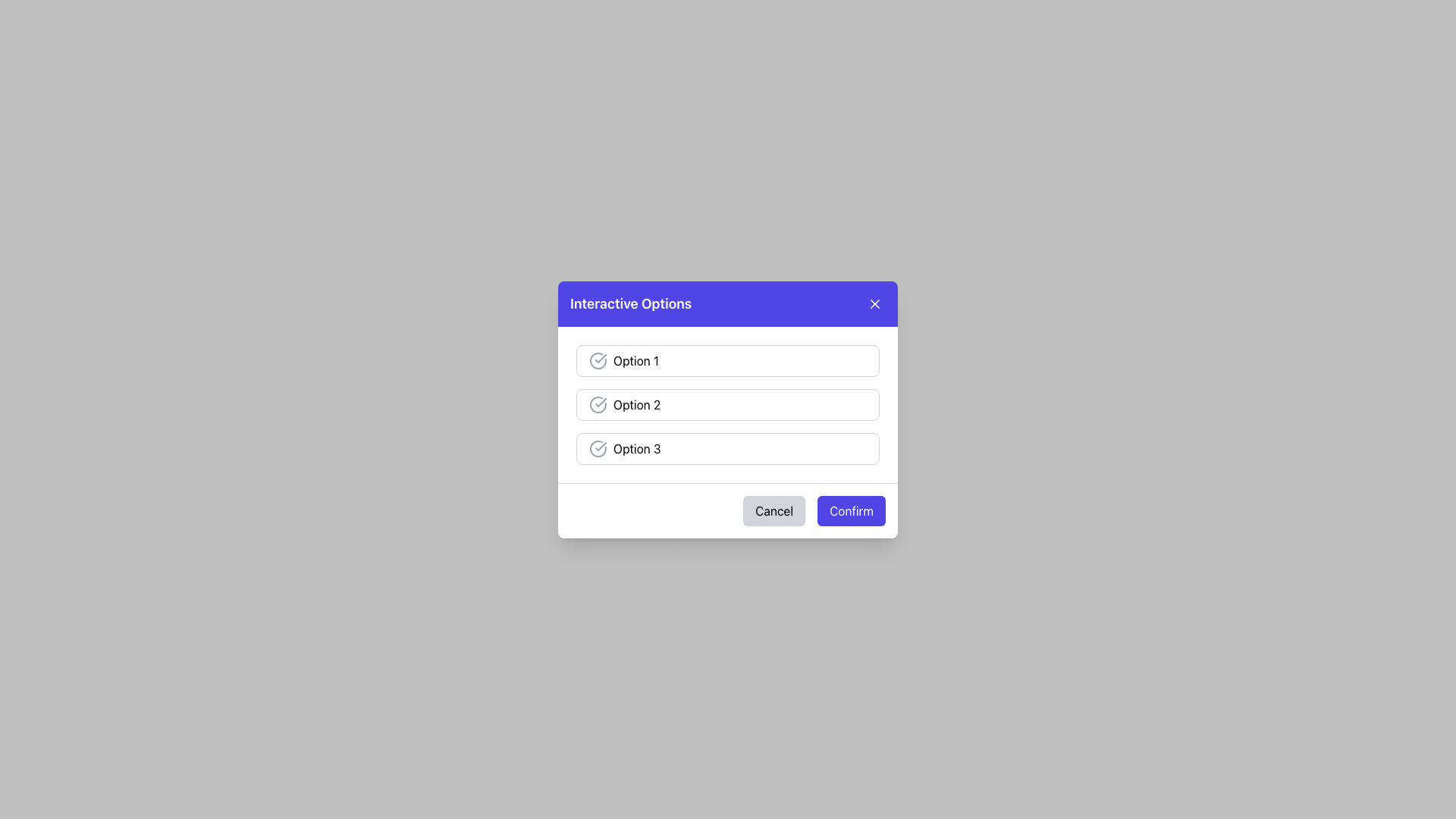 Image resolution: width=1456 pixels, height=819 pixels. What do you see at coordinates (600, 445) in the screenshot?
I see `the SVG checkmark icon that indicates a completed action or selected state, positioned slightly to the right of the center within a circular frame` at bounding box center [600, 445].